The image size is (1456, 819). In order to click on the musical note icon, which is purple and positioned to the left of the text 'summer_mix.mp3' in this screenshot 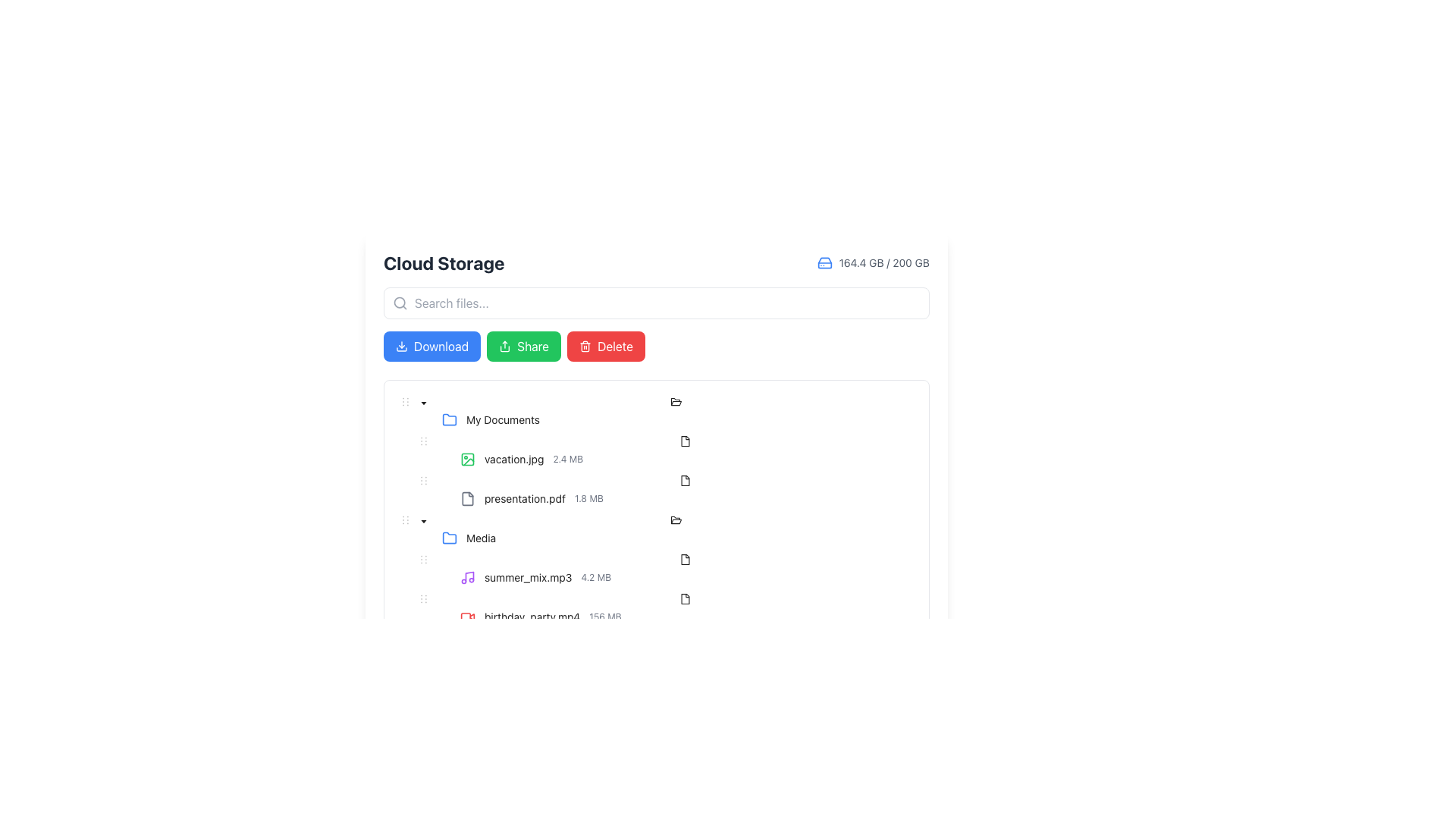, I will do `click(467, 578)`.